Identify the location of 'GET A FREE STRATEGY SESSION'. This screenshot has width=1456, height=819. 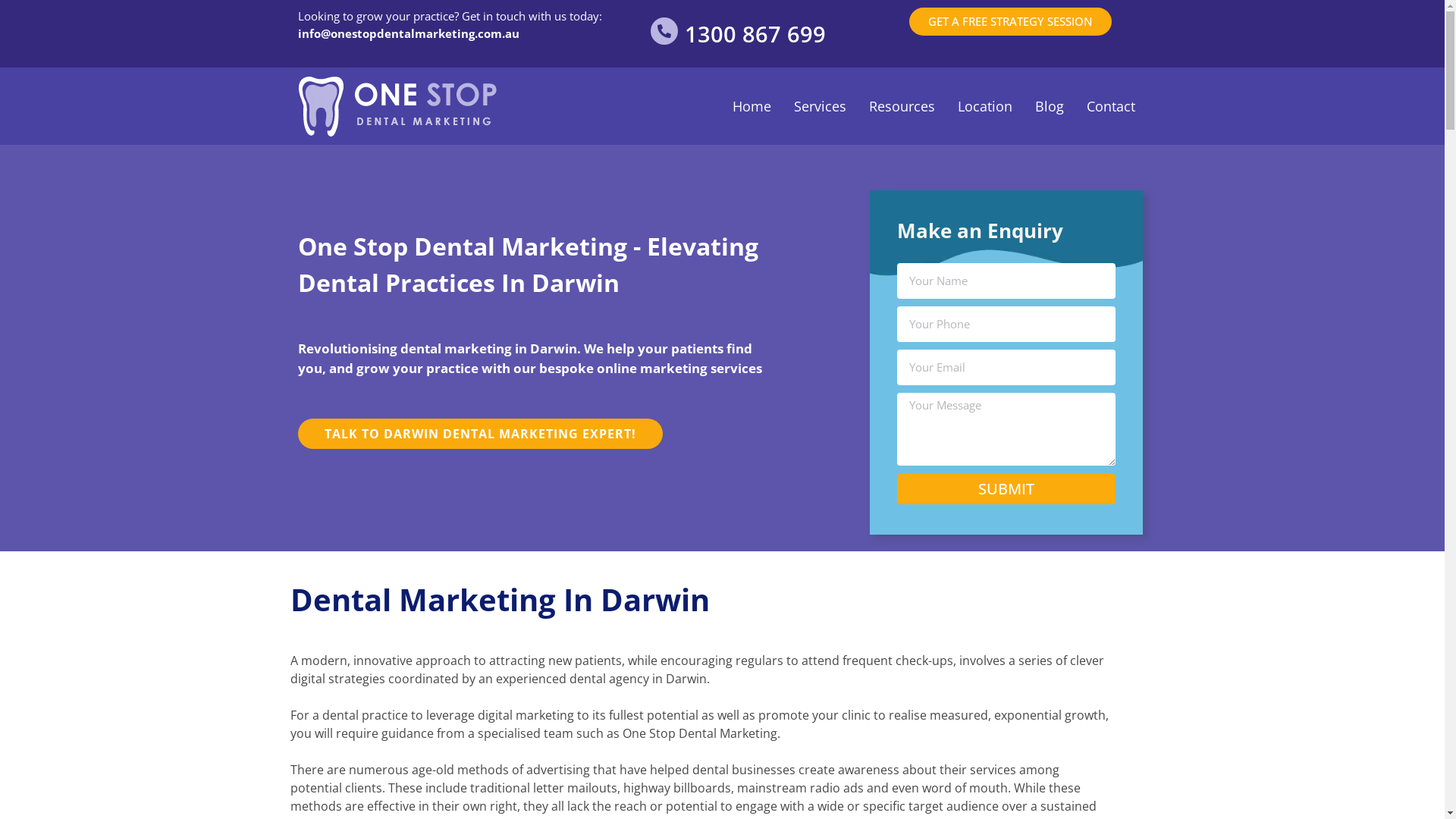
(1010, 21).